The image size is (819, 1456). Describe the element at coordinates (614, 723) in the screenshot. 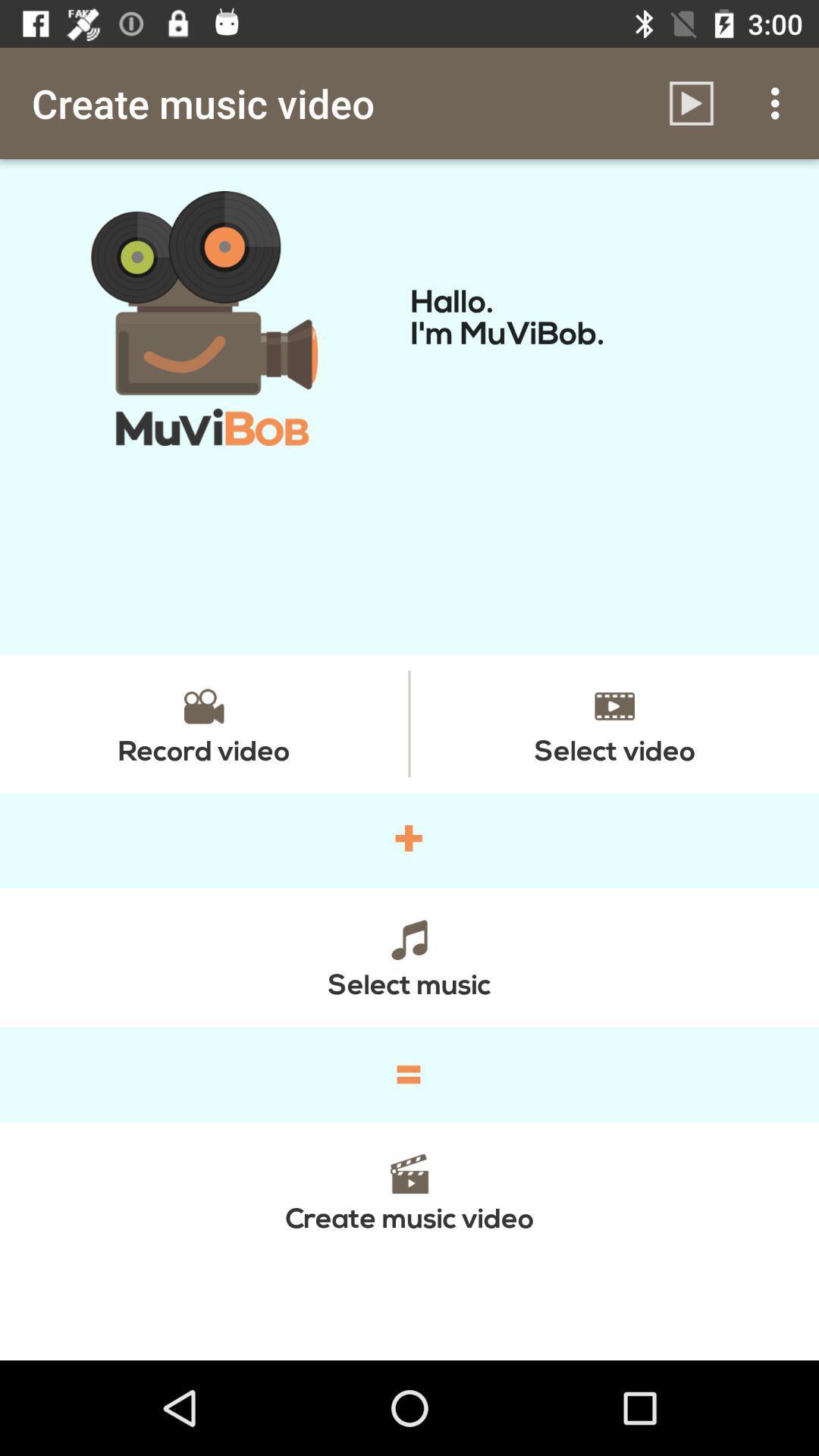

I see `the item above the + item` at that location.